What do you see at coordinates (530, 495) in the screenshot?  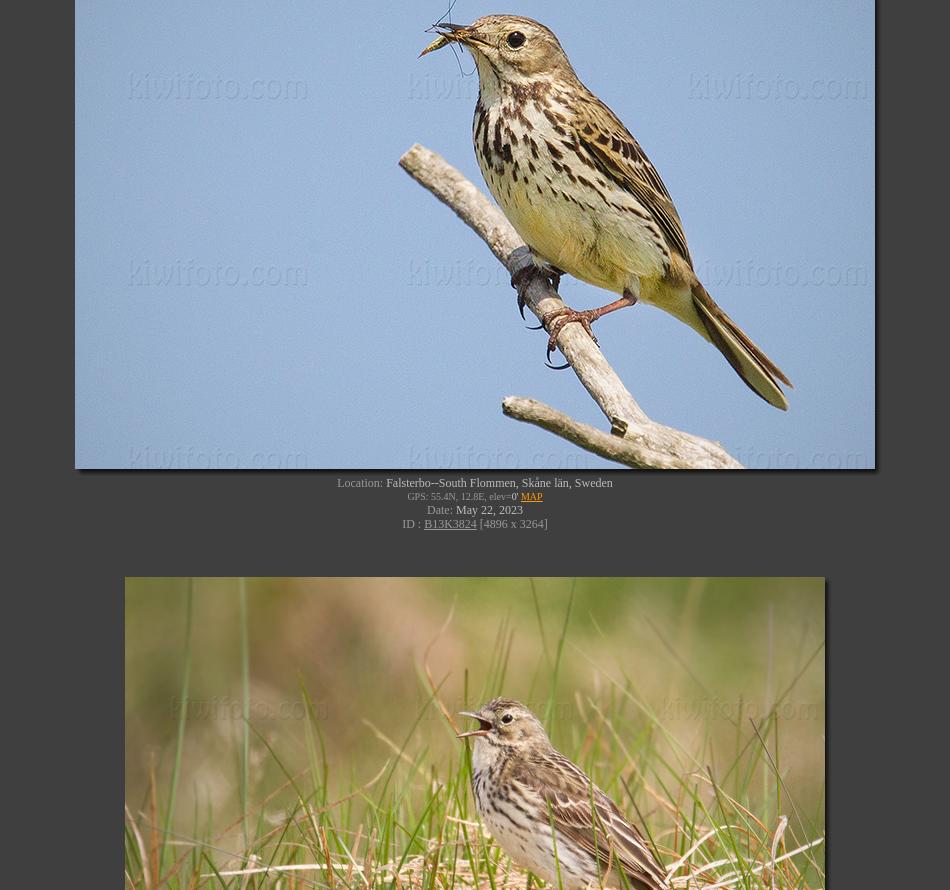 I see `'MAP'` at bounding box center [530, 495].